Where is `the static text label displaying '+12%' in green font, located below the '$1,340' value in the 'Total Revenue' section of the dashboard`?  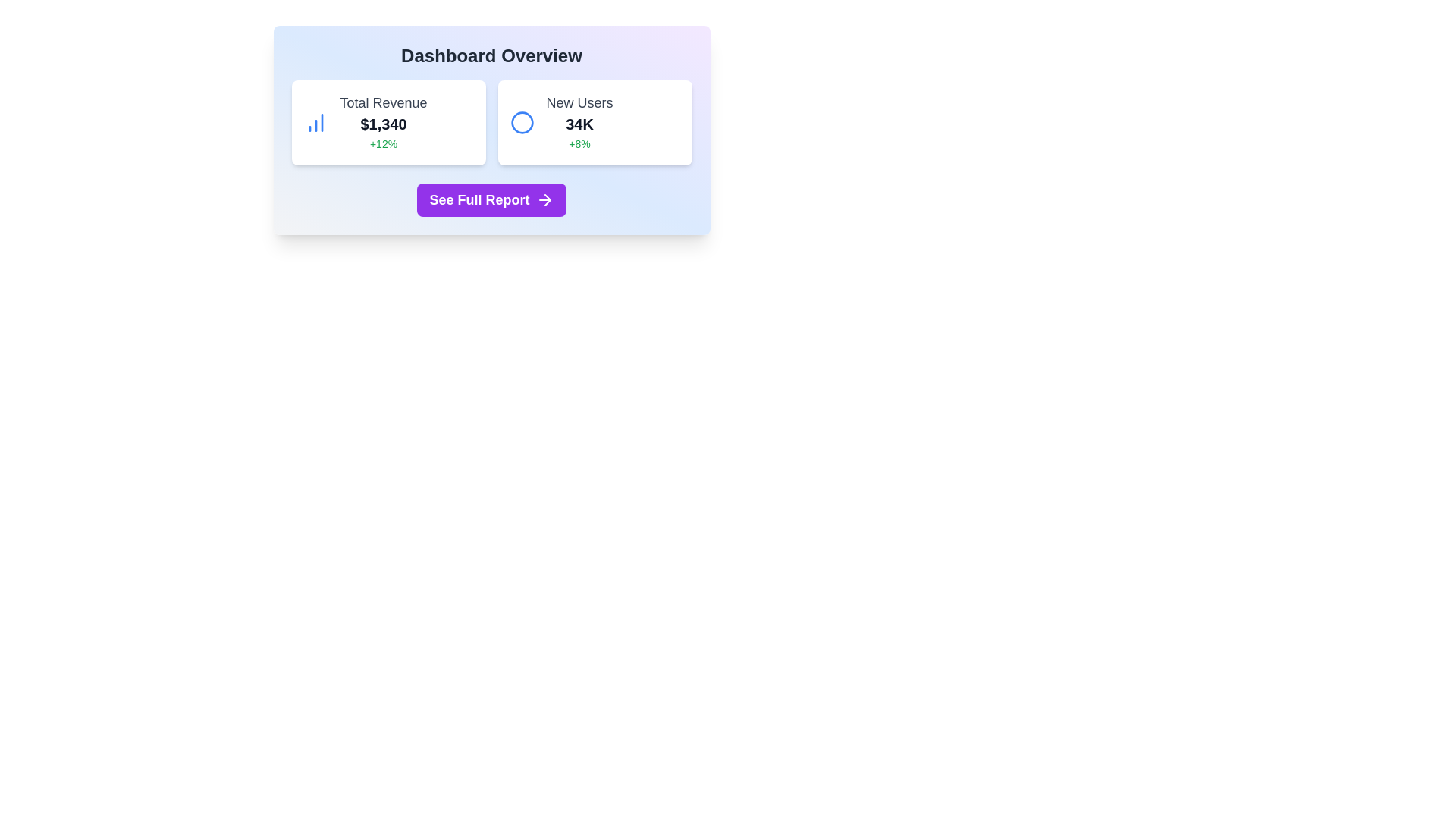
the static text label displaying '+12%' in green font, located below the '$1,340' value in the 'Total Revenue' section of the dashboard is located at coordinates (384, 143).